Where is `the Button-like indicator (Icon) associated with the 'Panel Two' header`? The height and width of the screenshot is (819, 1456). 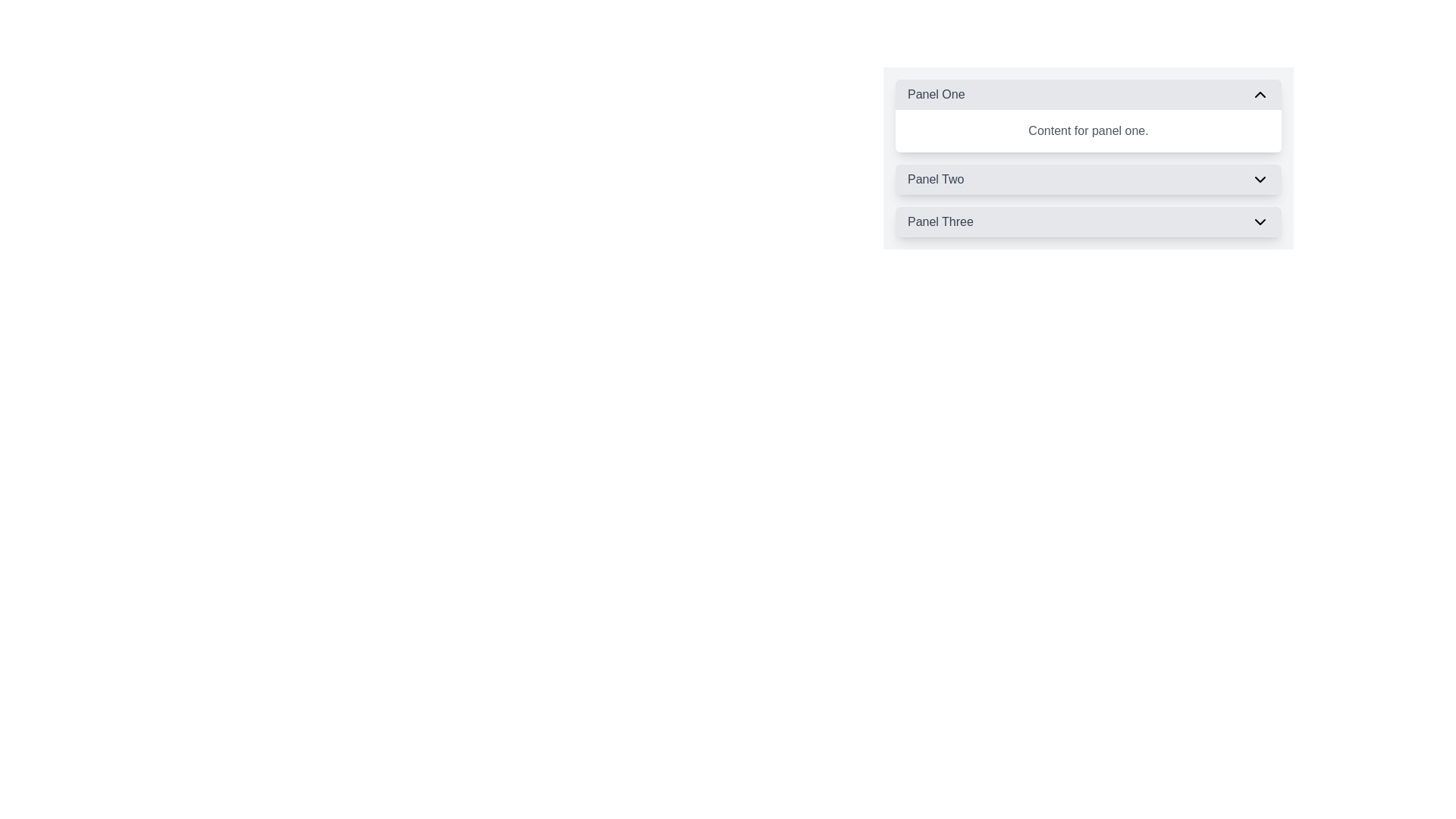
the Button-like indicator (Icon) associated with the 'Panel Two' header is located at coordinates (1260, 178).